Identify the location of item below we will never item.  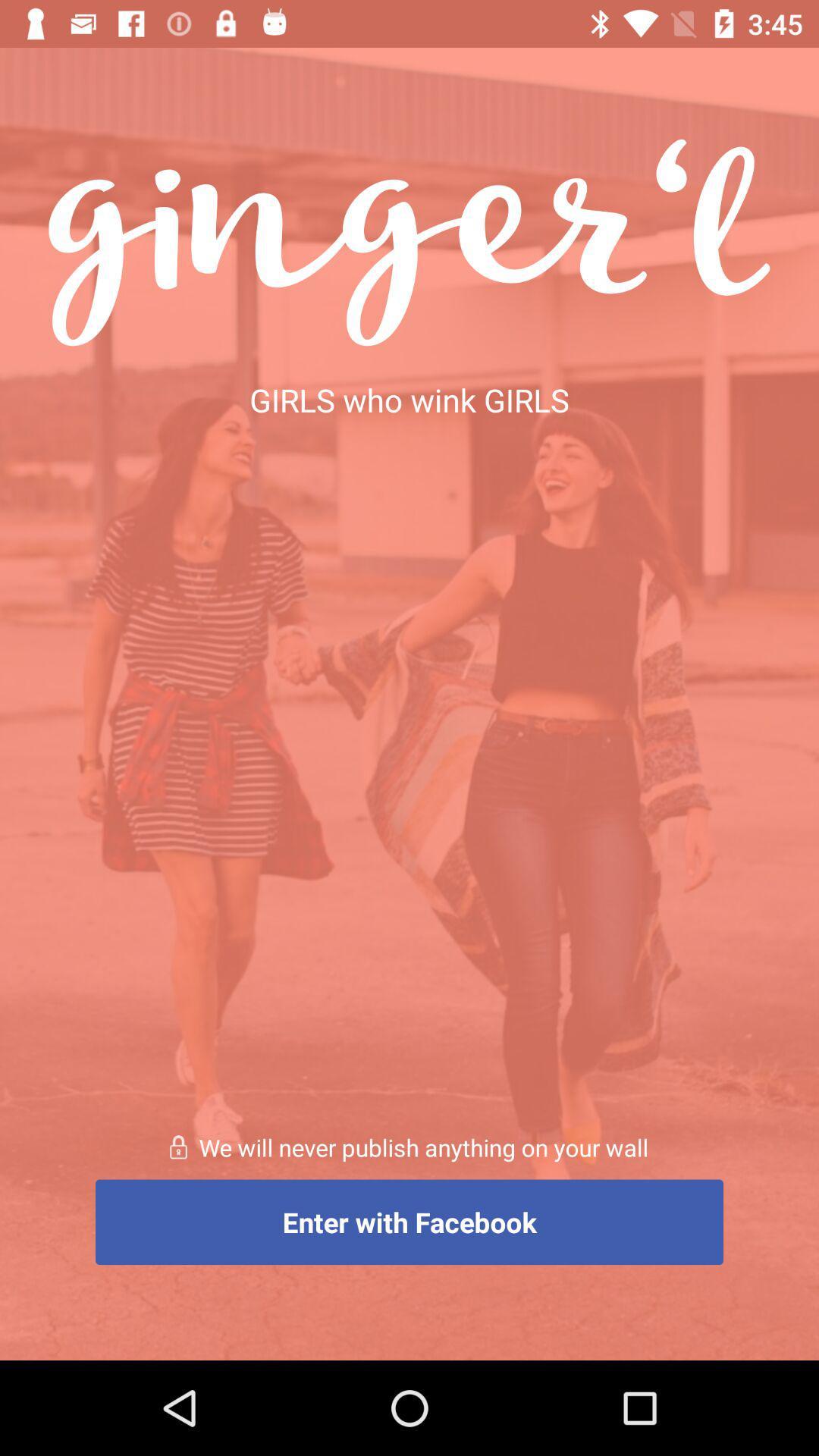
(409, 1222).